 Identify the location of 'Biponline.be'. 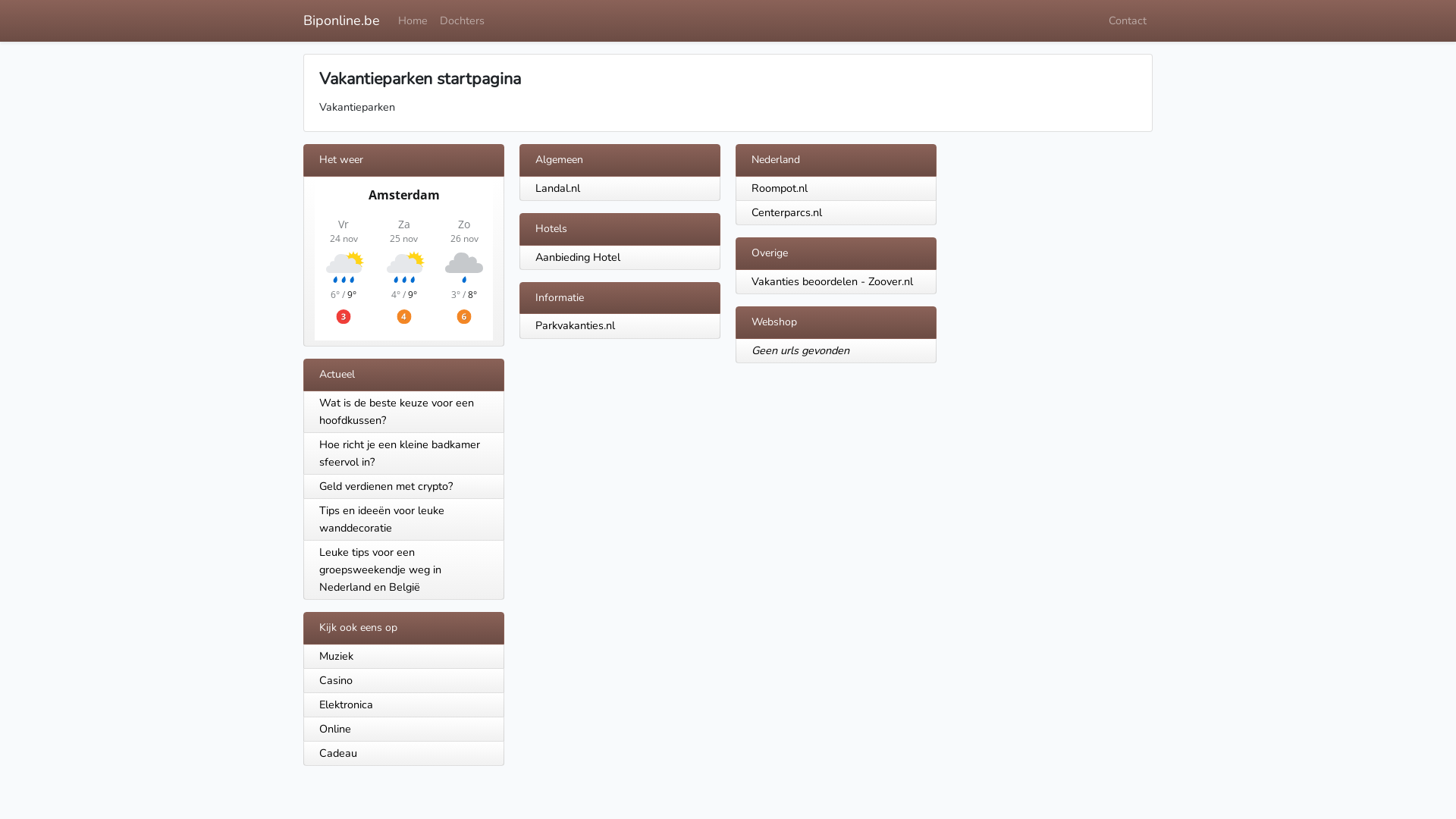
(340, 20).